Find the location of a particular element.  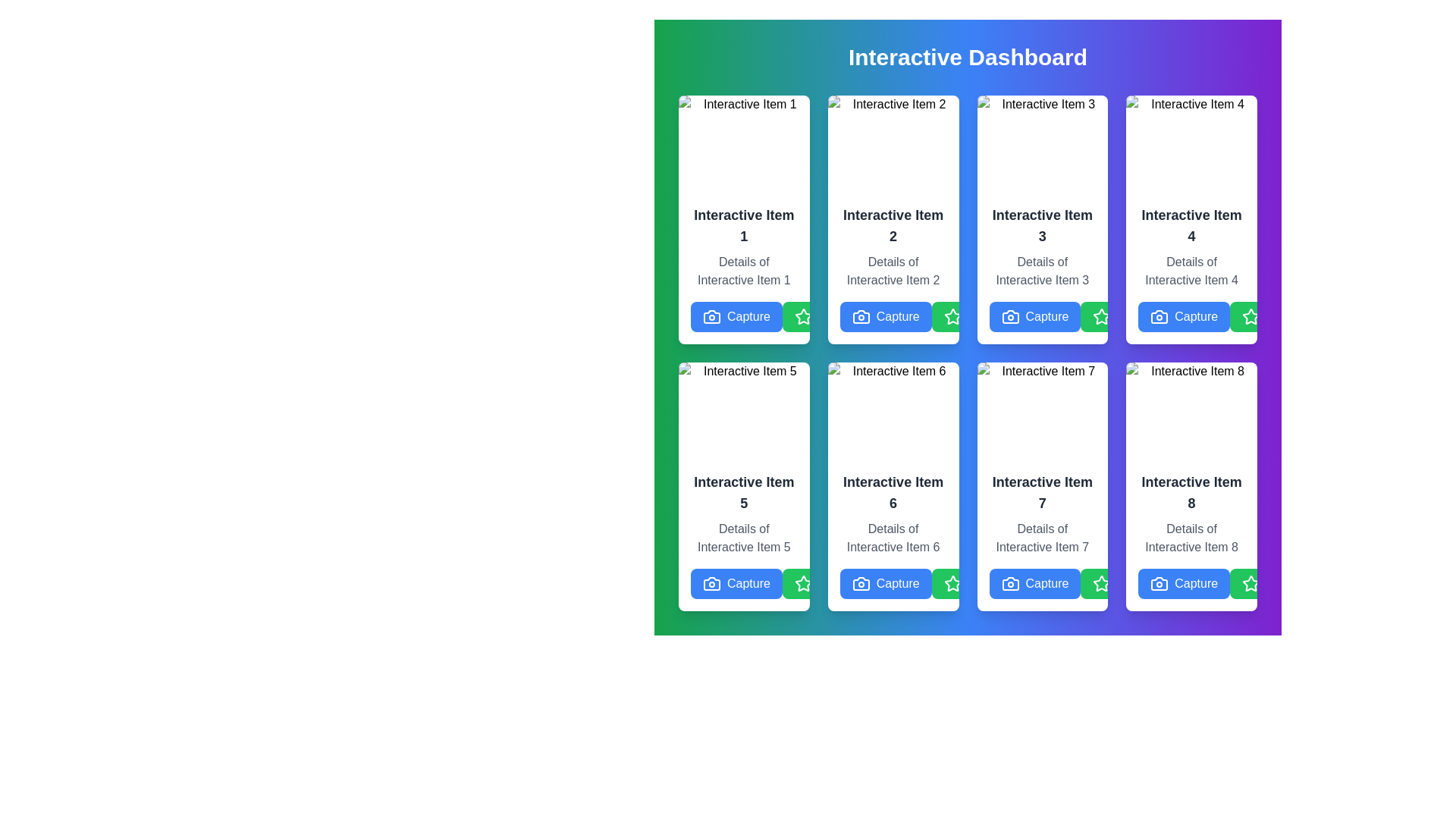

the camera icon within the blue 'Capture' button of 'Interactive Item 6' is located at coordinates (861, 583).